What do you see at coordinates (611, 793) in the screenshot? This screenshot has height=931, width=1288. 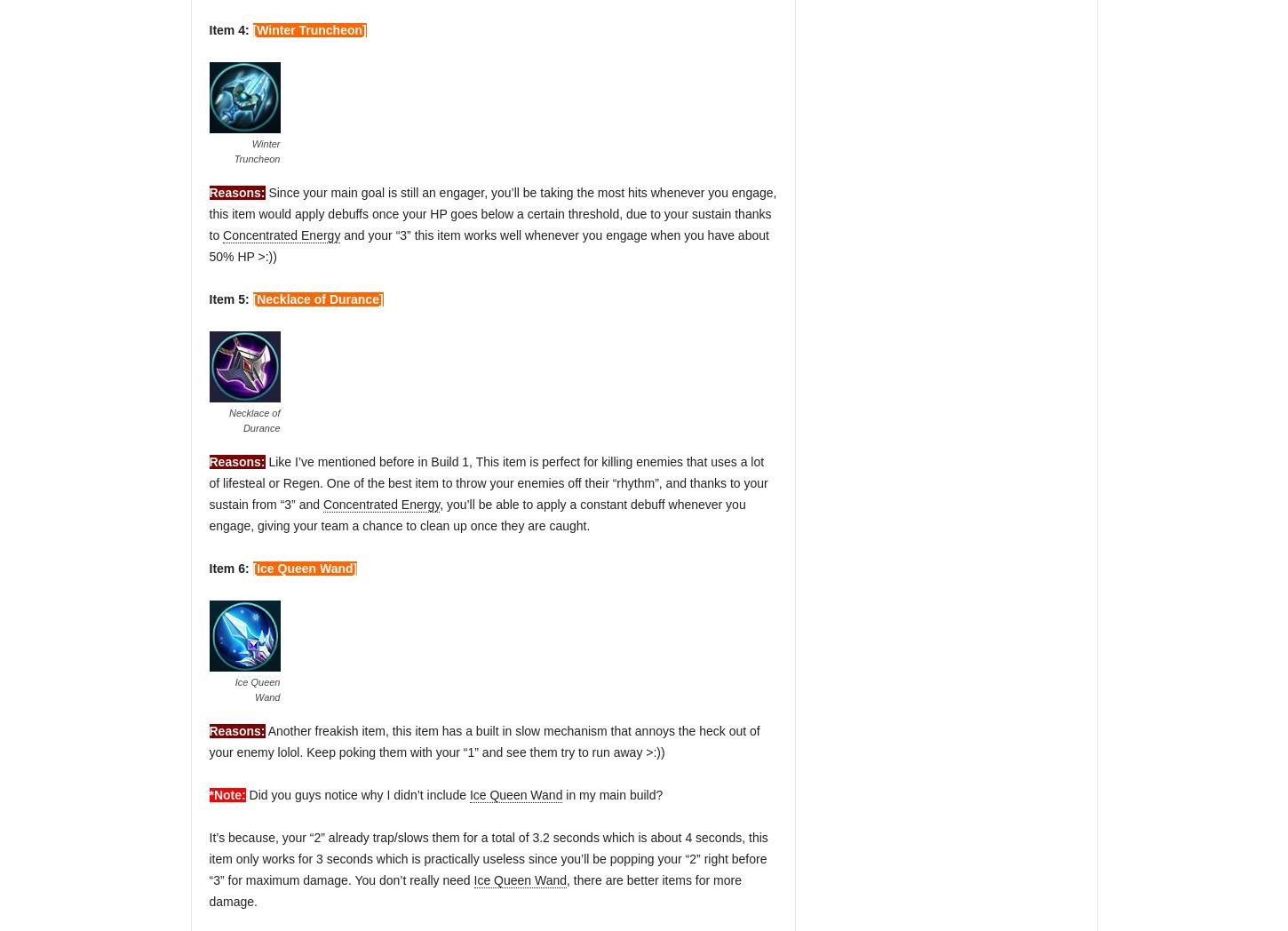 I see `'in my main build?'` at bounding box center [611, 793].